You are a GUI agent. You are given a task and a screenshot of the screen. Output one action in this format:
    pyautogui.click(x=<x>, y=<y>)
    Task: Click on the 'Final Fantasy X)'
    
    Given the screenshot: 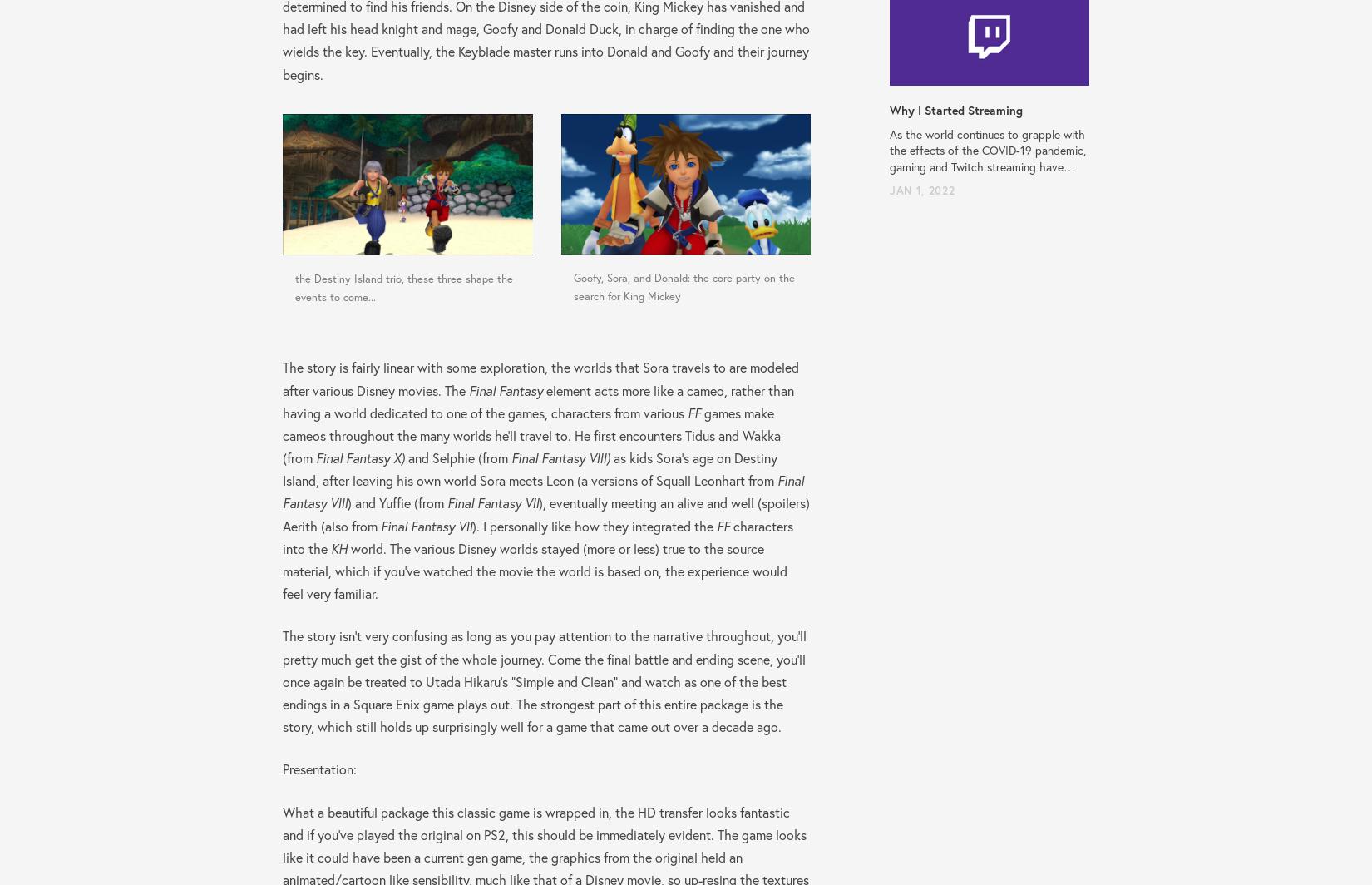 What is the action you would take?
    pyautogui.click(x=315, y=457)
    